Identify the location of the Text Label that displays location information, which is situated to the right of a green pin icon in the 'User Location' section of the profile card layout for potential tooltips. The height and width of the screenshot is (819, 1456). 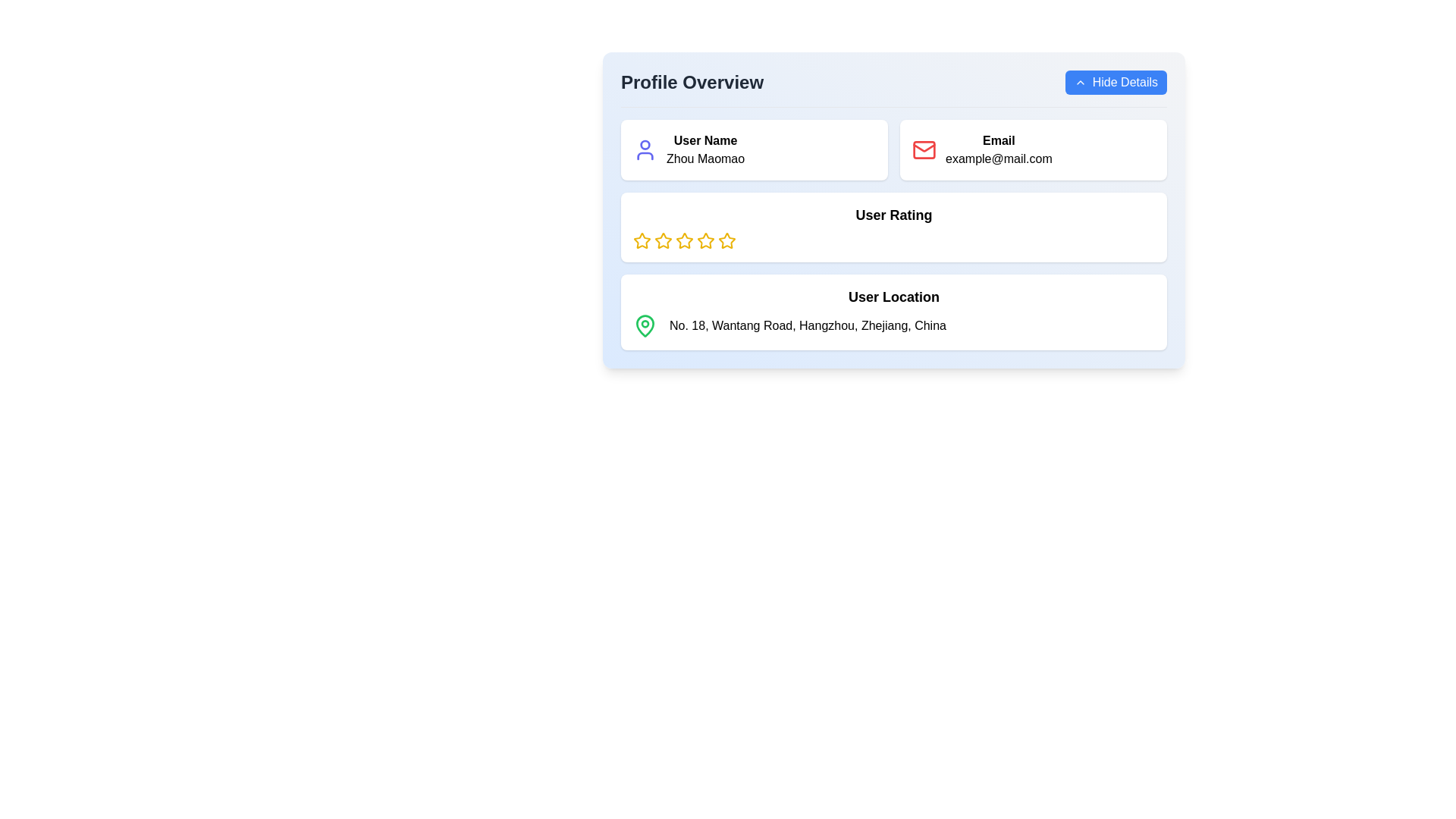
(807, 325).